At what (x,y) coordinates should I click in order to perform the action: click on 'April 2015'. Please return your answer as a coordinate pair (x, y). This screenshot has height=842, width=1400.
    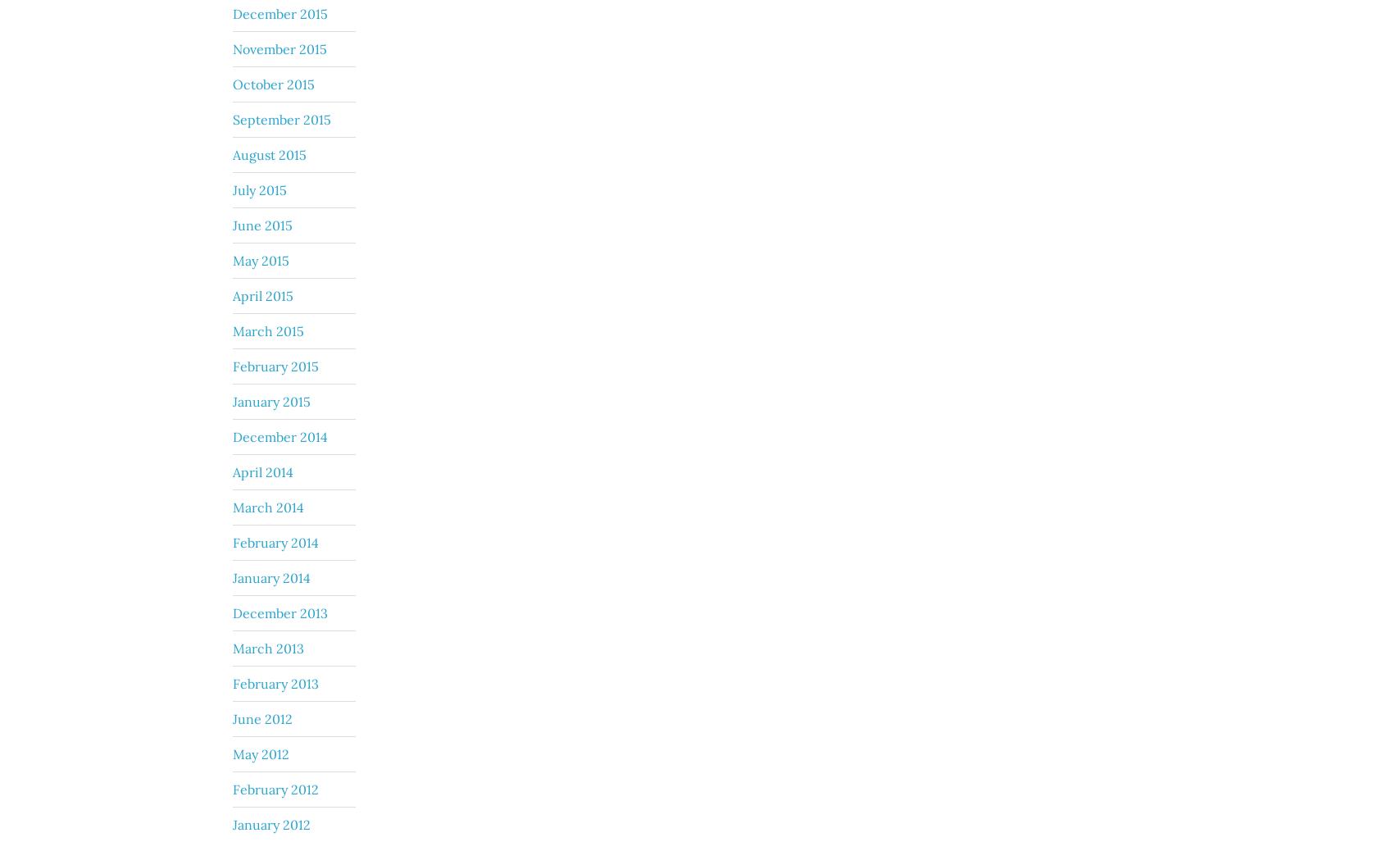
    Looking at the image, I should click on (233, 294).